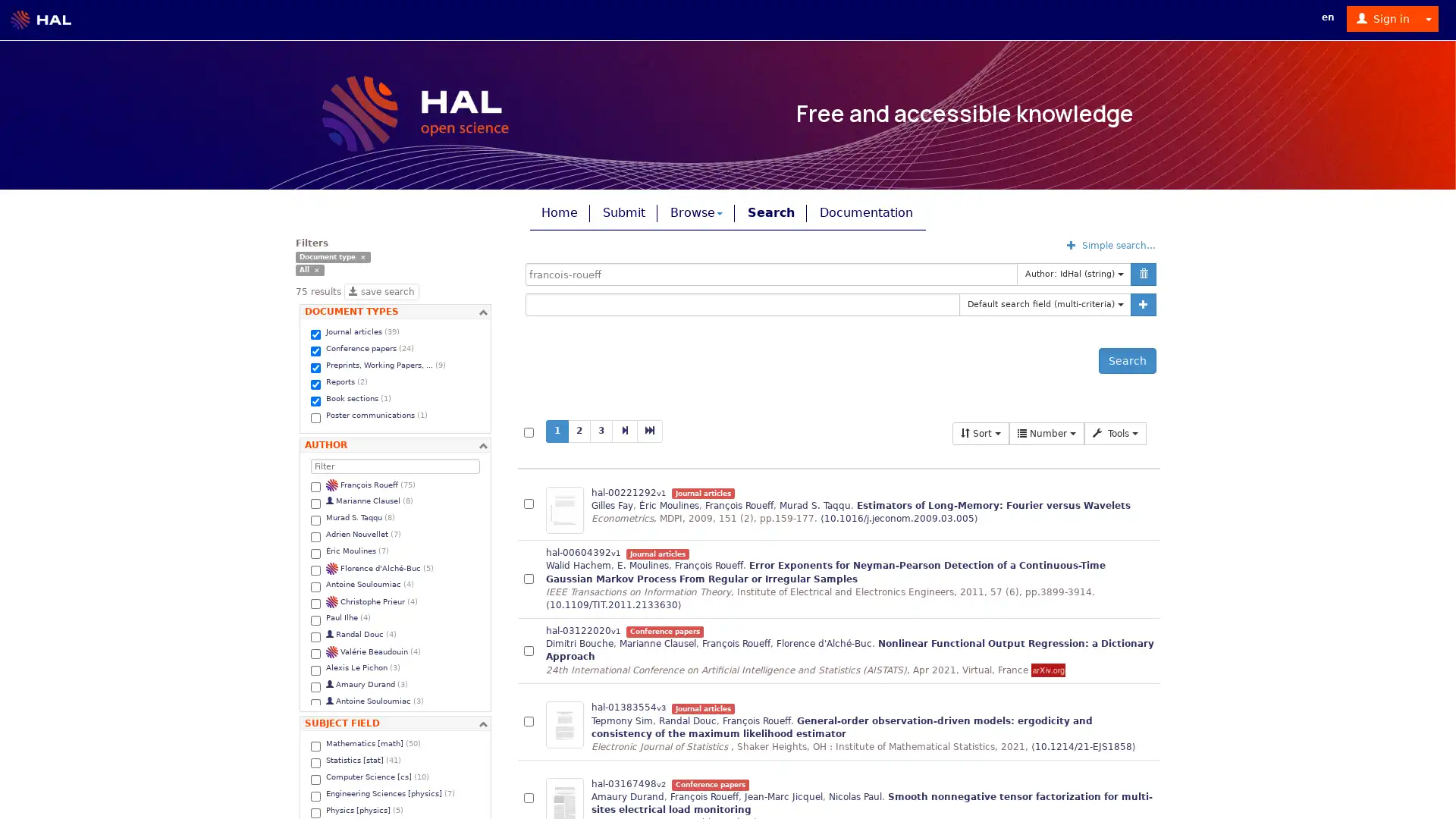  I want to click on +, so click(1143, 304).